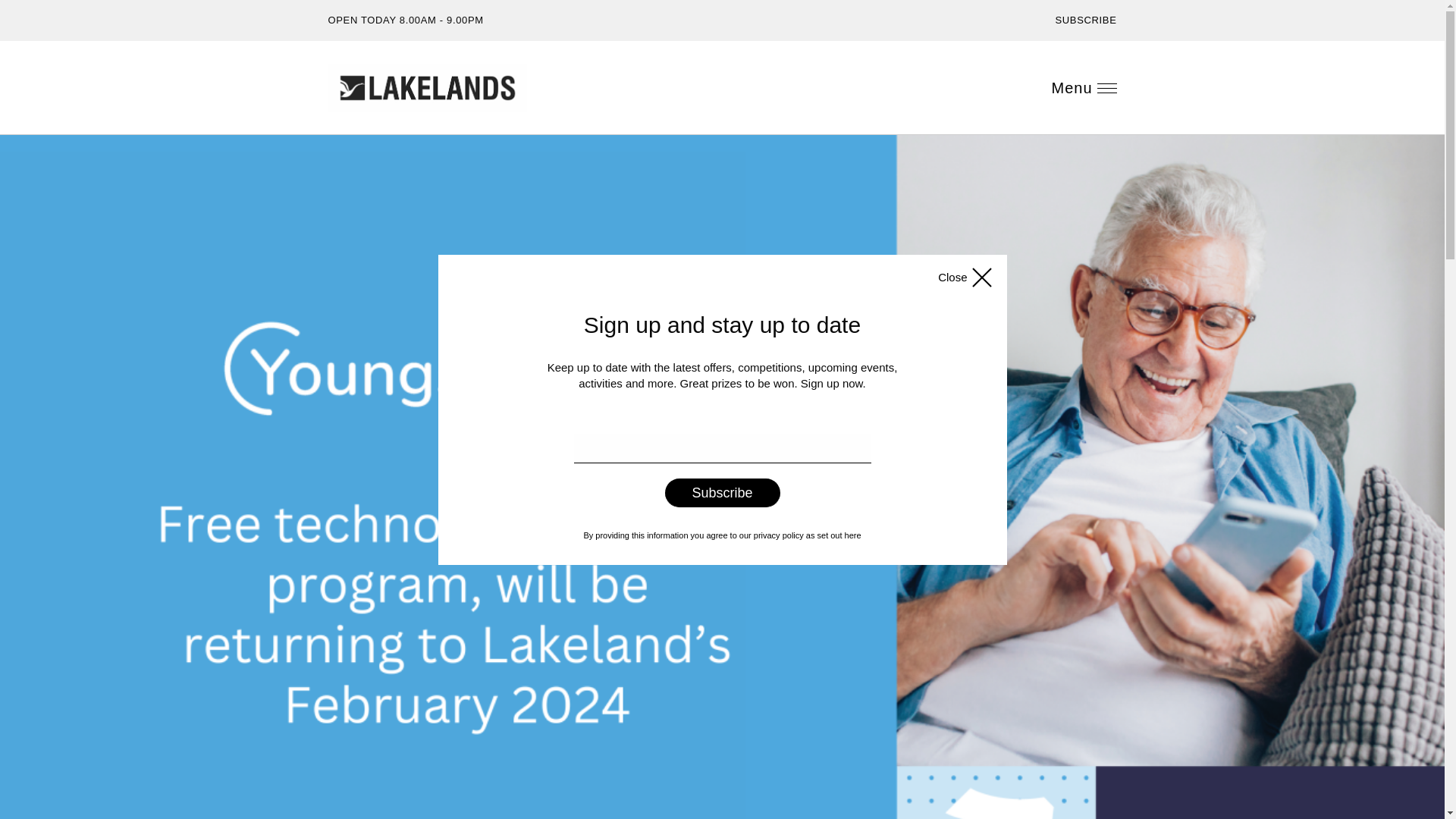 The image size is (1456, 819). Describe the element at coordinates (1083, 88) in the screenshot. I see `'Menu'` at that location.